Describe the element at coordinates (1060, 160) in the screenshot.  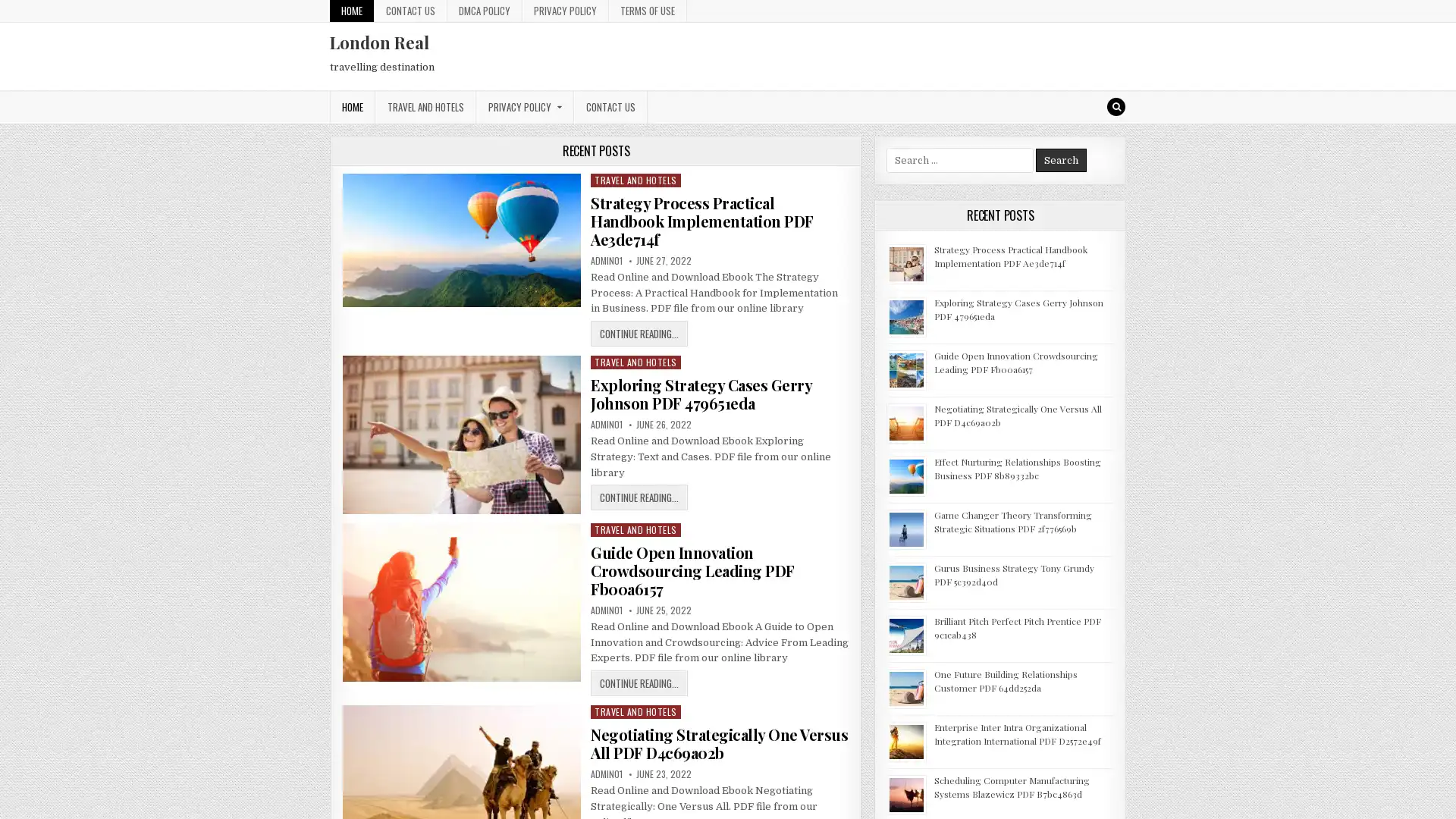
I see `Search` at that location.